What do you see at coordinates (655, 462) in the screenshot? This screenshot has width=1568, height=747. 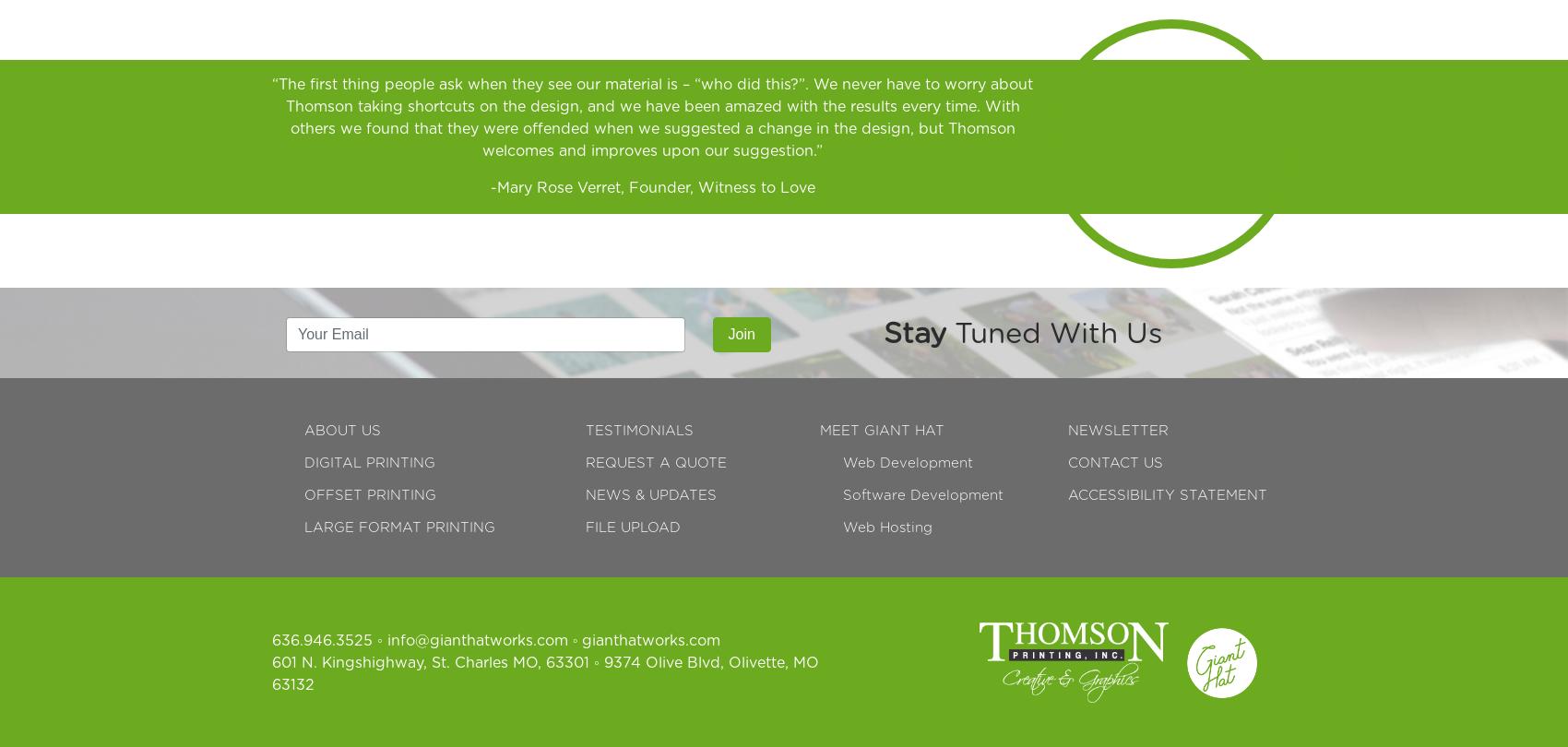 I see `'Request a Quote'` at bounding box center [655, 462].